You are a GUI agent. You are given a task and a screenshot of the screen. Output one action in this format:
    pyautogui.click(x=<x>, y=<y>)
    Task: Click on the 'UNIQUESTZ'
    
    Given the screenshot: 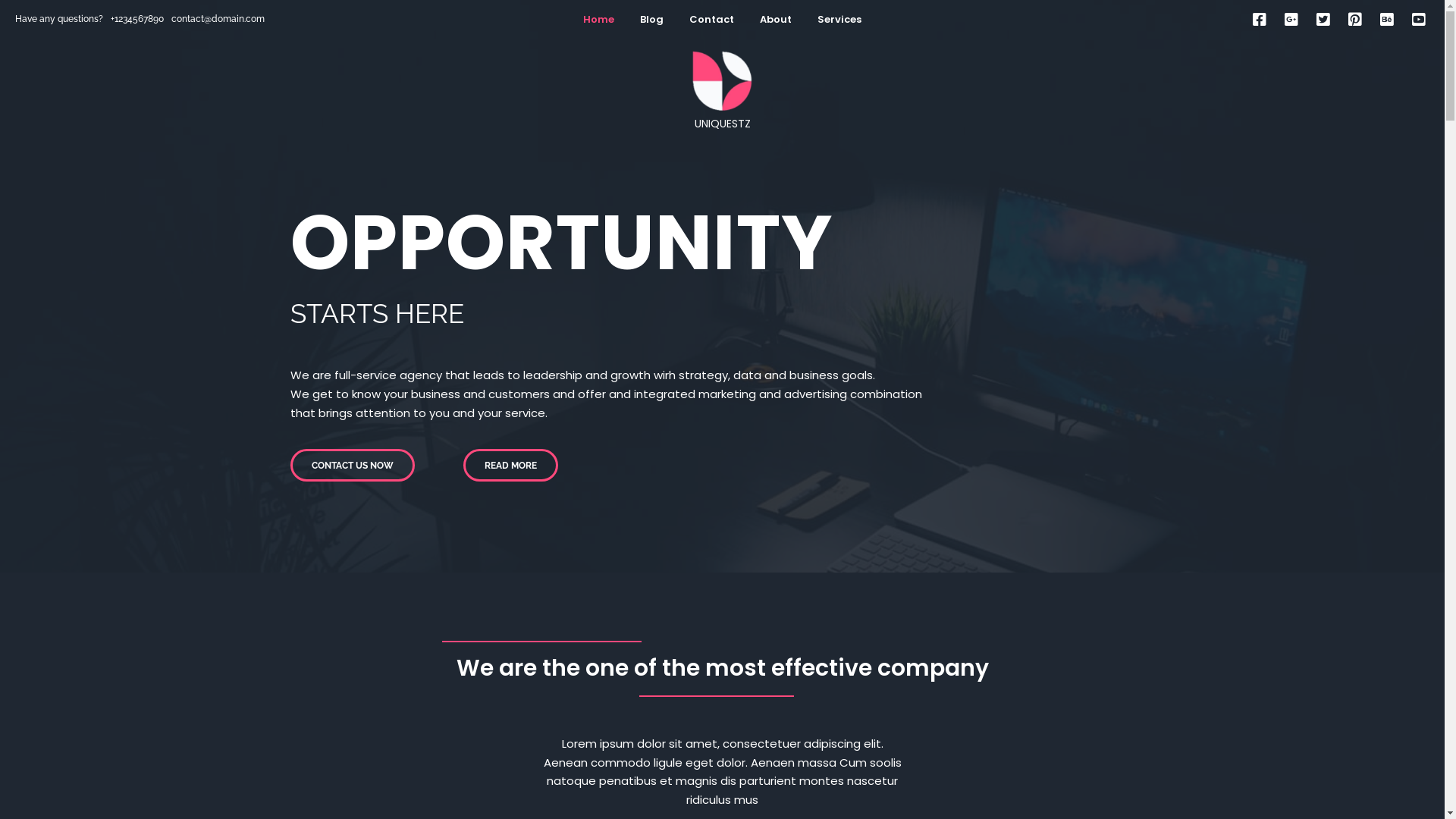 What is the action you would take?
    pyautogui.click(x=720, y=91)
    